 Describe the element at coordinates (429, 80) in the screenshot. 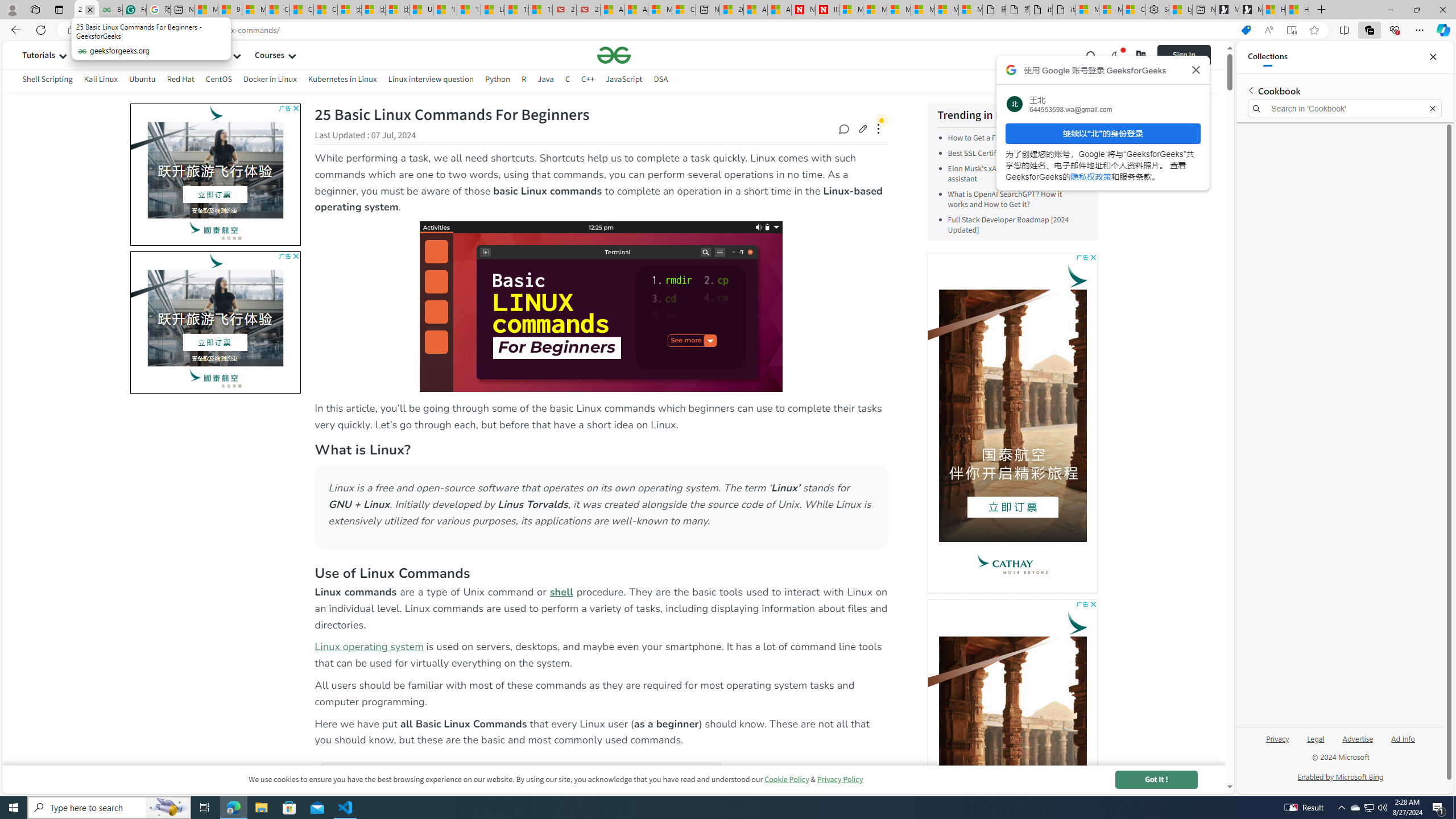

I see `'Linux interview question'` at that location.